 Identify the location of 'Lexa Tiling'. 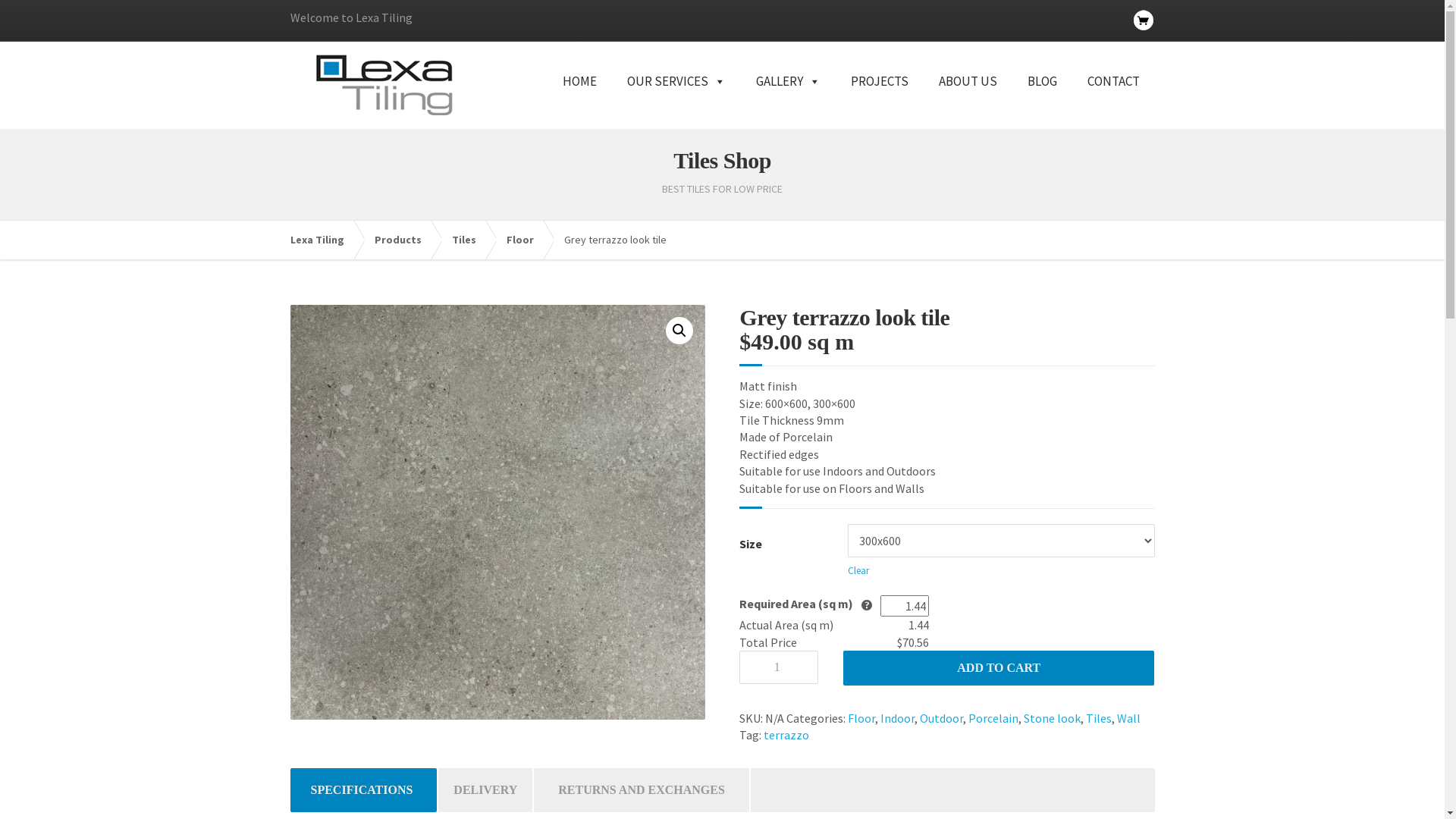
(323, 239).